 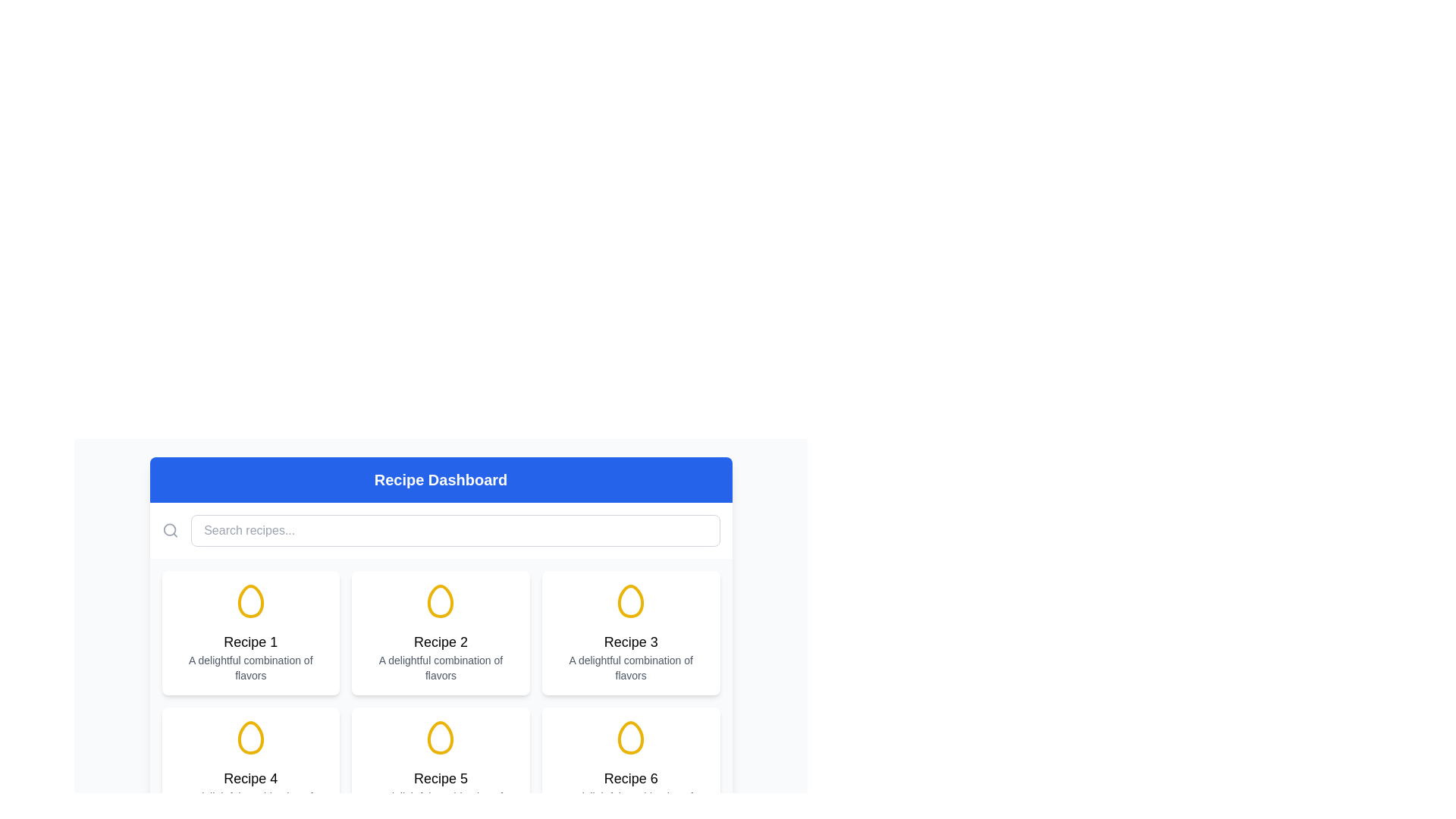 What do you see at coordinates (631, 632) in the screenshot?
I see `the card with a white background, rounded corners, and a yellow egg icon at the top, labeled 'Recipe 3'` at bounding box center [631, 632].